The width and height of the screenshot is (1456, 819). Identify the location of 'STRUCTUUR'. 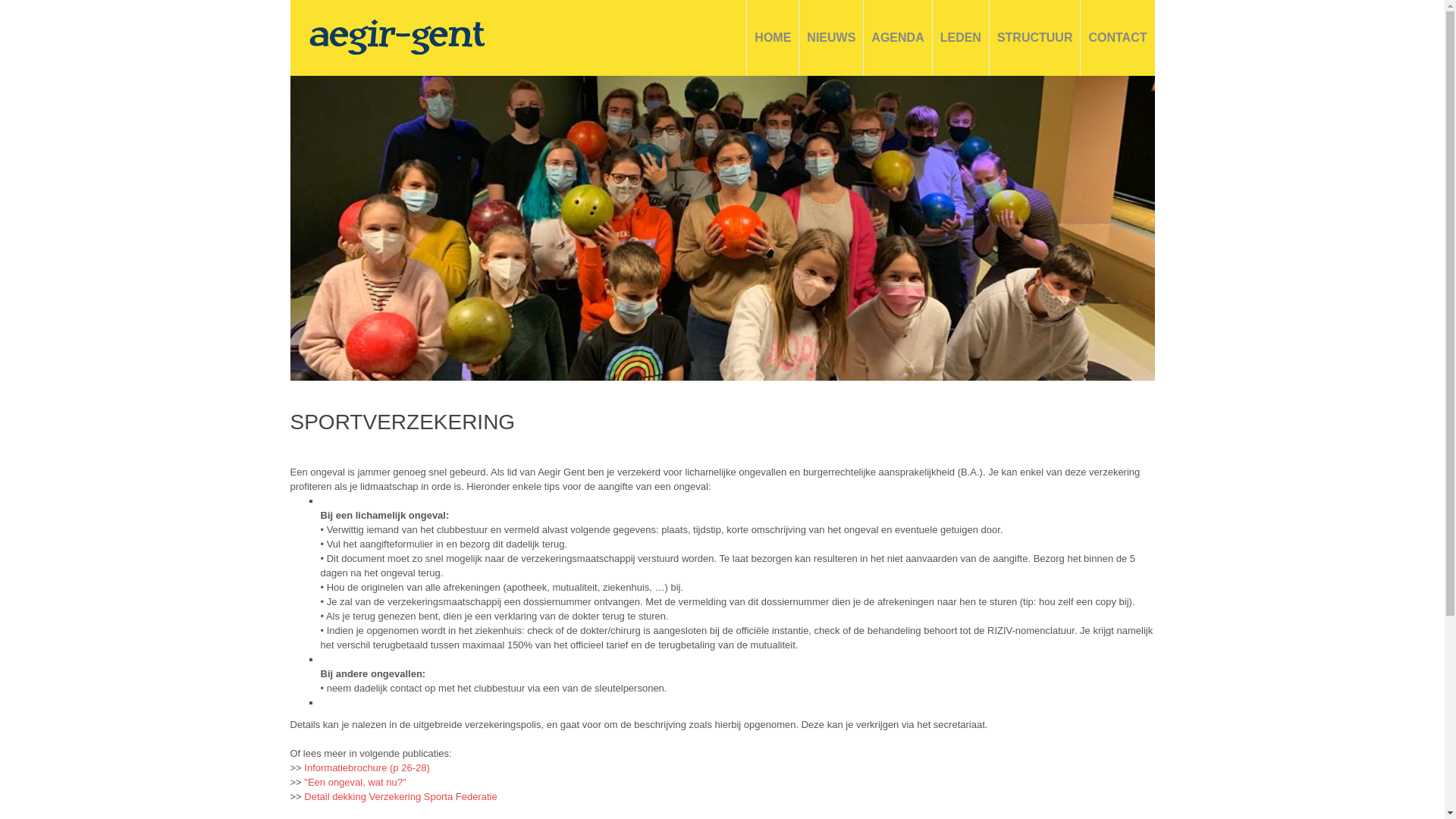
(1034, 37).